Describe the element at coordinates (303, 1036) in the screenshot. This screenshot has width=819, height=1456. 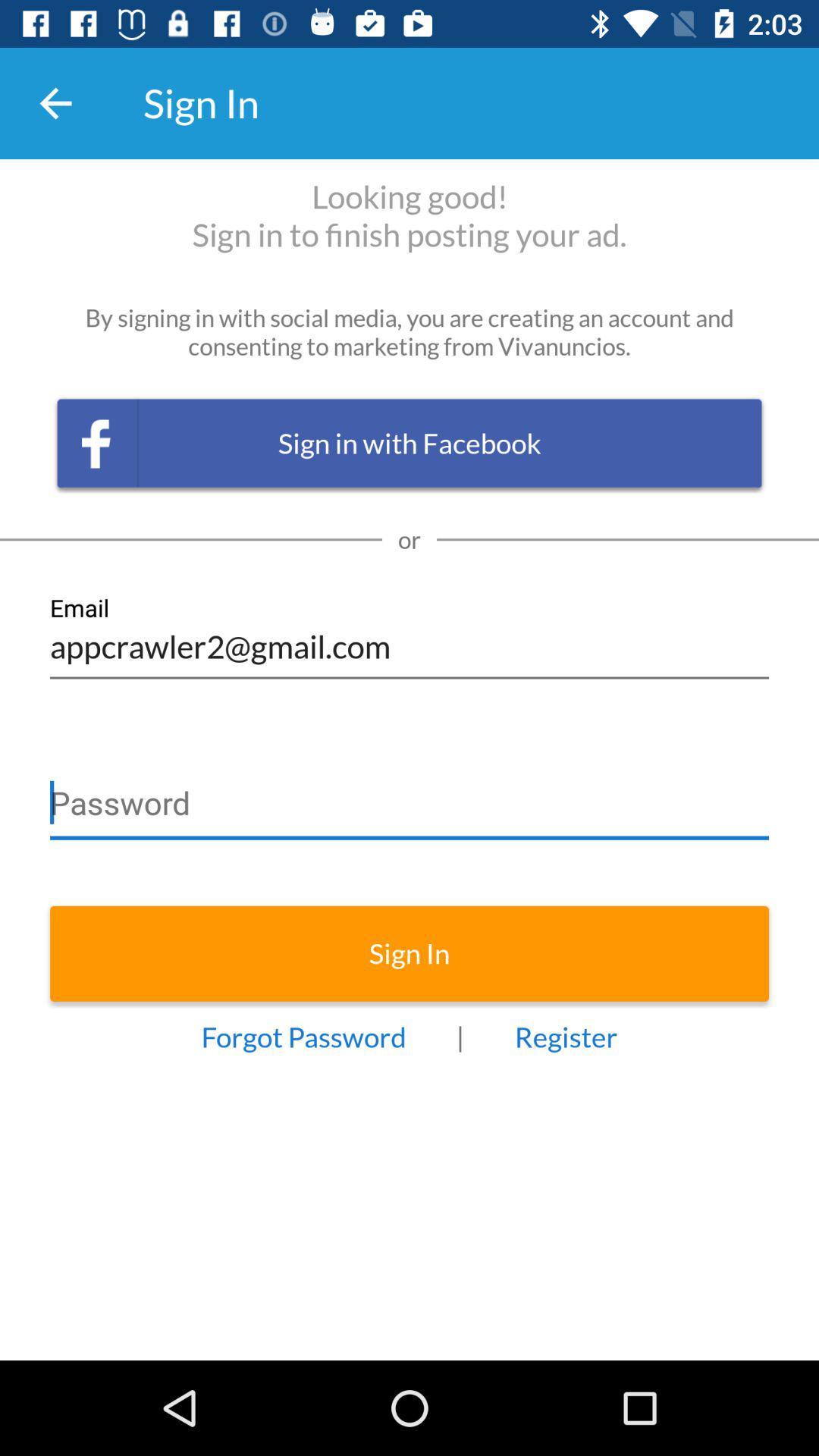
I see `the item next to the | item` at that location.